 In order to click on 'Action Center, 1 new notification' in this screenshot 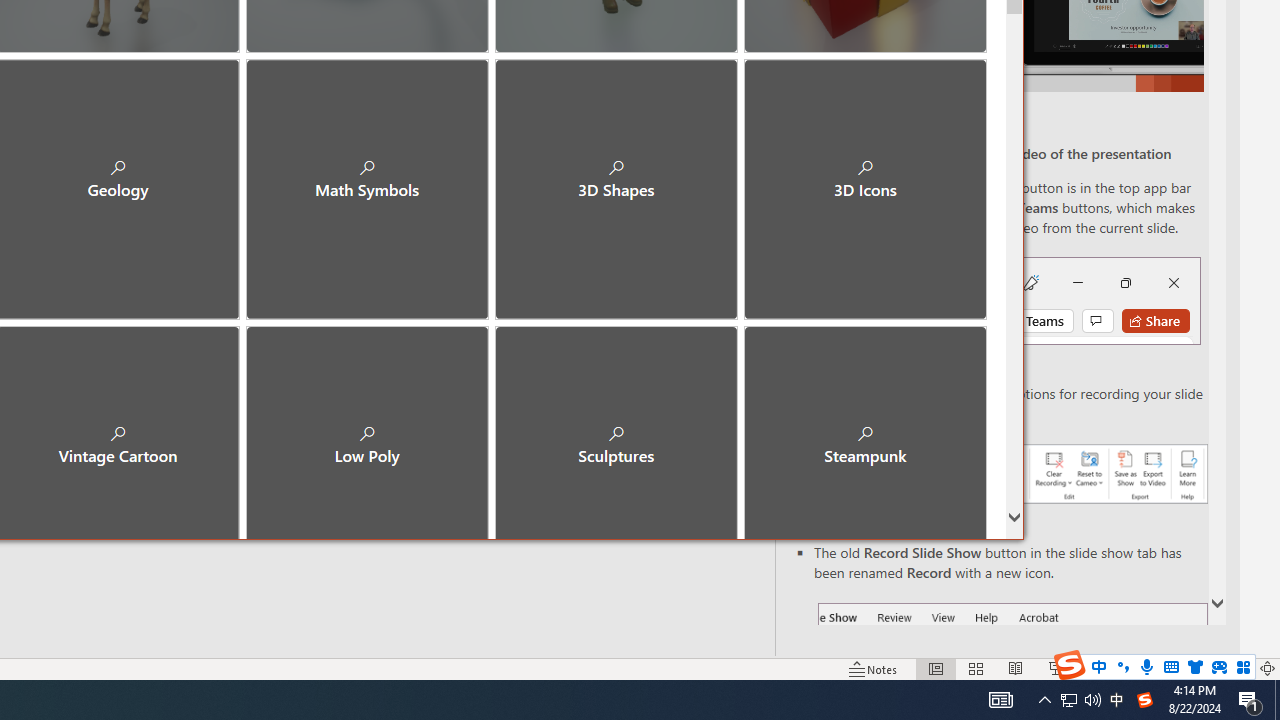, I will do `click(1250, 698)`.